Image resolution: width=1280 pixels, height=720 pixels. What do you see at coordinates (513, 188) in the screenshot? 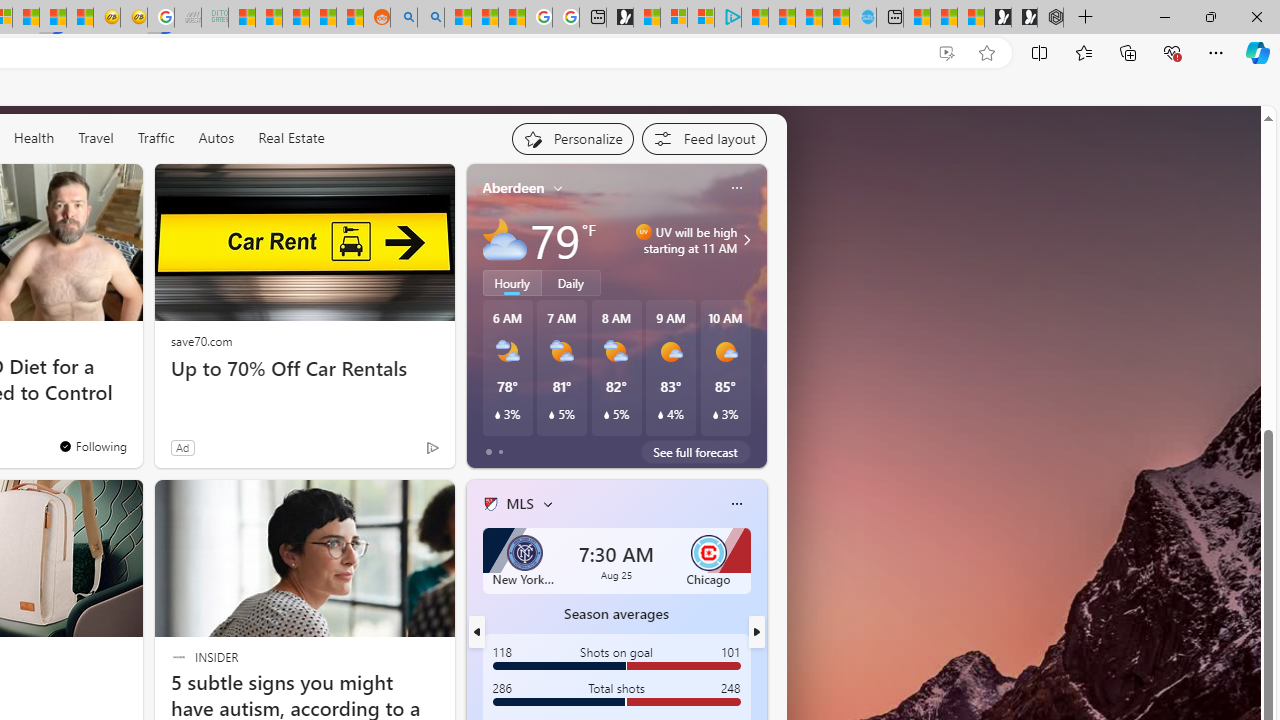
I see `'Aberdeen'` at bounding box center [513, 188].